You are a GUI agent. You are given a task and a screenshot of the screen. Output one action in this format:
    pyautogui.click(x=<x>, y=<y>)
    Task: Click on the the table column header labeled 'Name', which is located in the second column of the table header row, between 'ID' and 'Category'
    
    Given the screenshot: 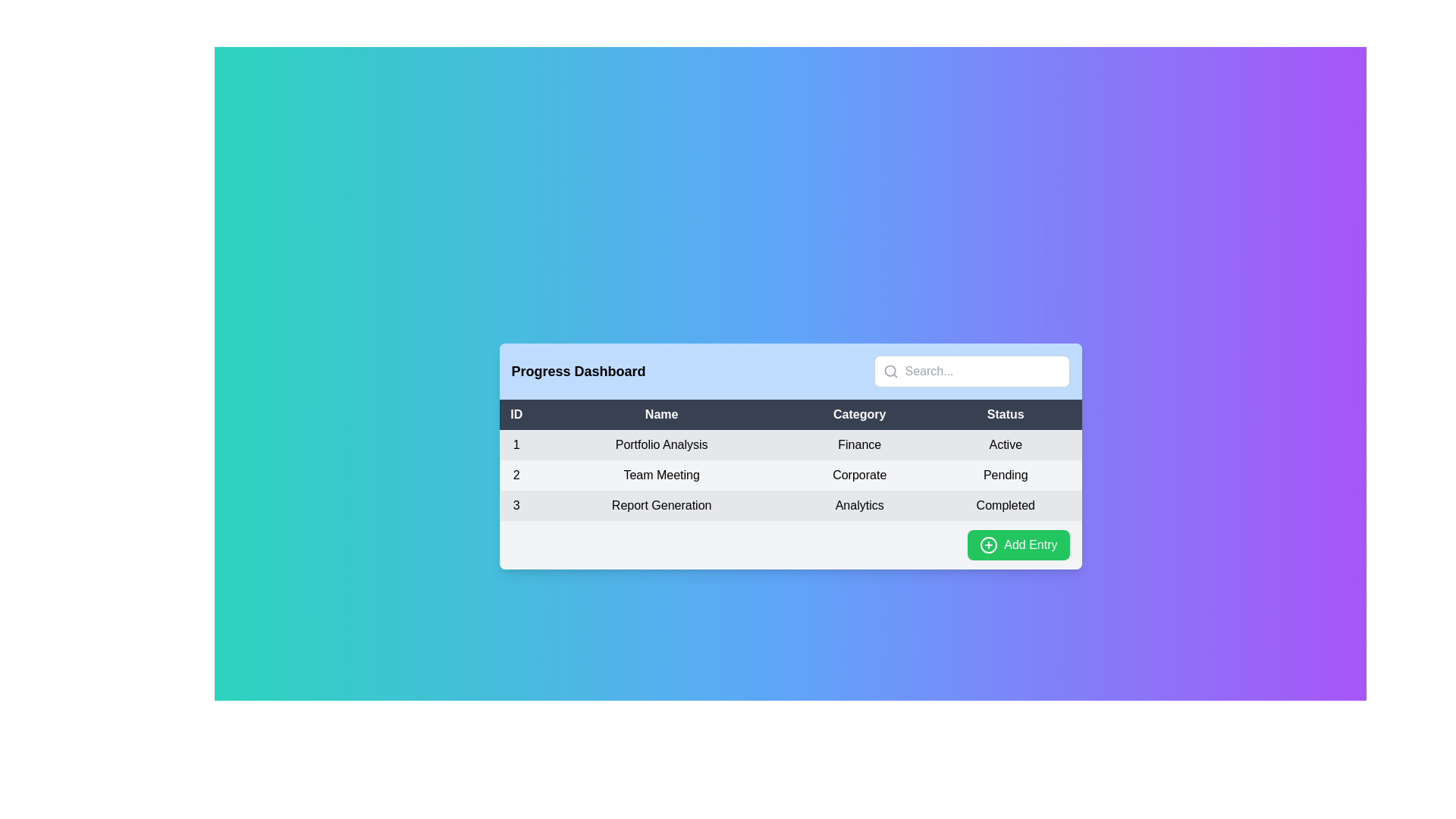 What is the action you would take?
    pyautogui.click(x=661, y=415)
    